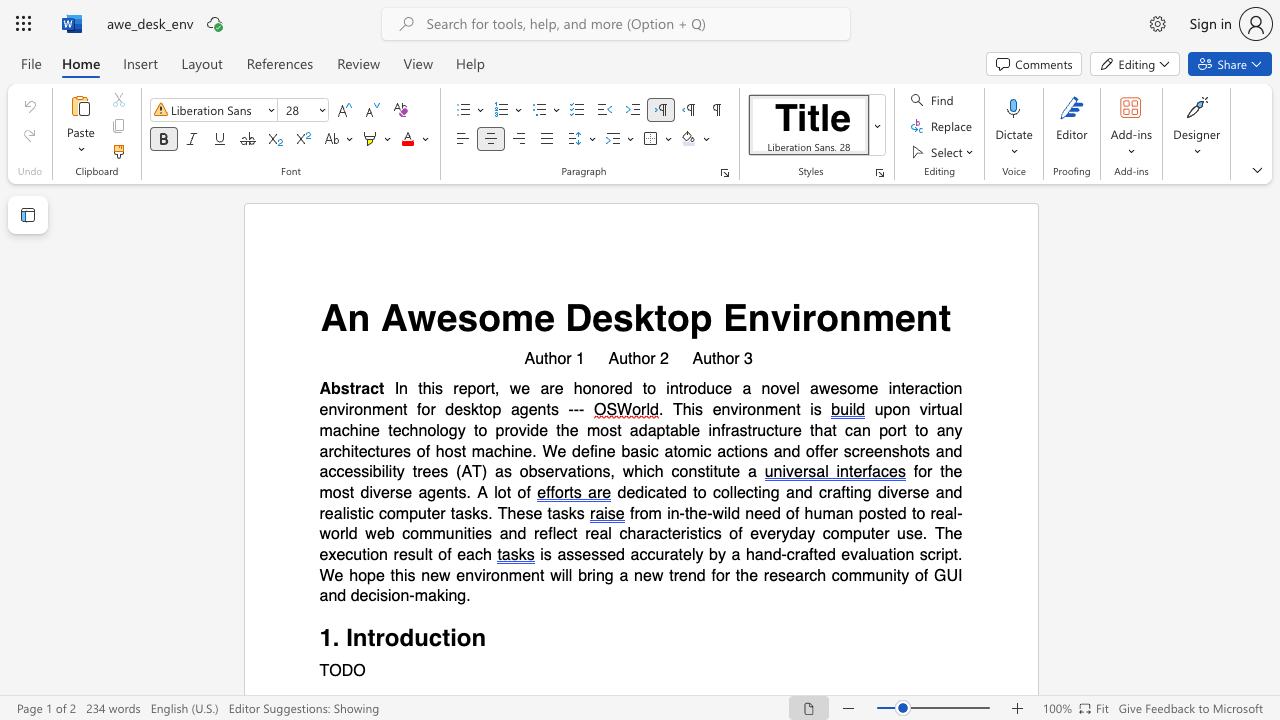 The image size is (1280, 720). I want to click on the subset text "ies an" within the text "from in-the-wild need of human posted to real-world web communities and reflect real characteristics of everyday computer use. The execution result of each", so click(470, 533).